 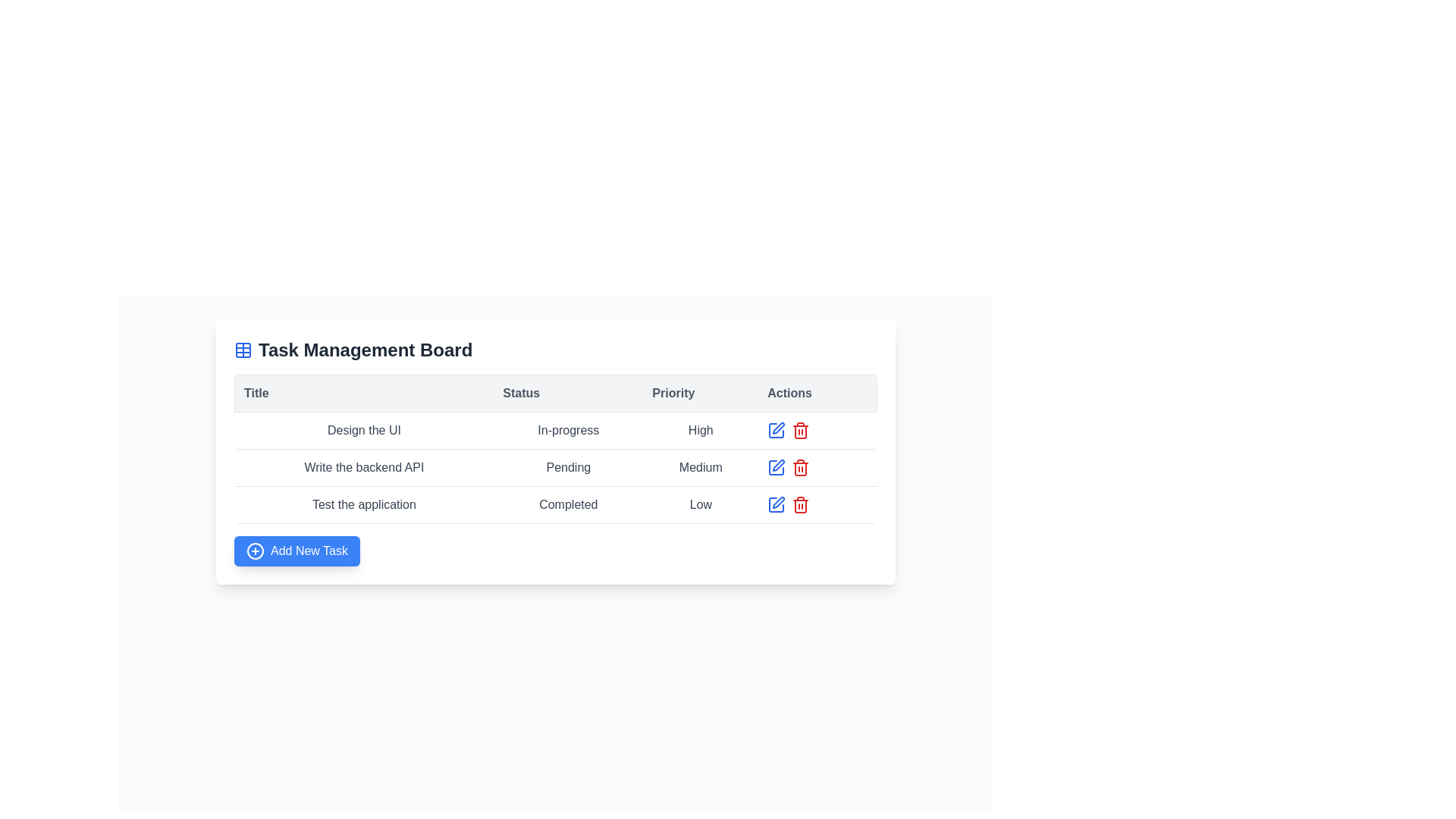 What do you see at coordinates (567, 430) in the screenshot?
I see `the static text label indicating the current status of the task 'Design the UI' located in the 'Status' column of the task management board` at bounding box center [567, 430].